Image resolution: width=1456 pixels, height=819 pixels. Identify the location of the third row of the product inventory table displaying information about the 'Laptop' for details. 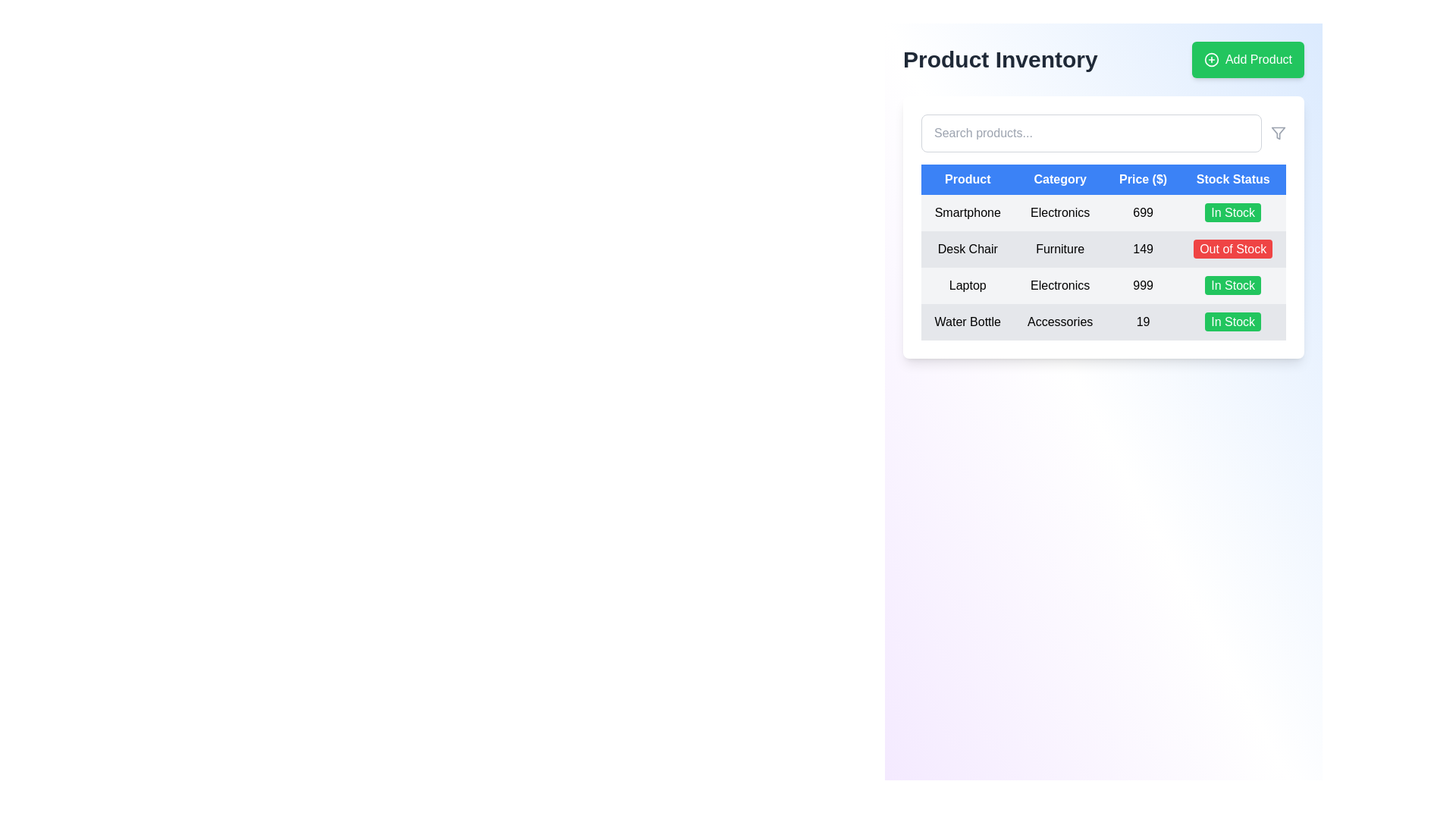
(1103, 286).